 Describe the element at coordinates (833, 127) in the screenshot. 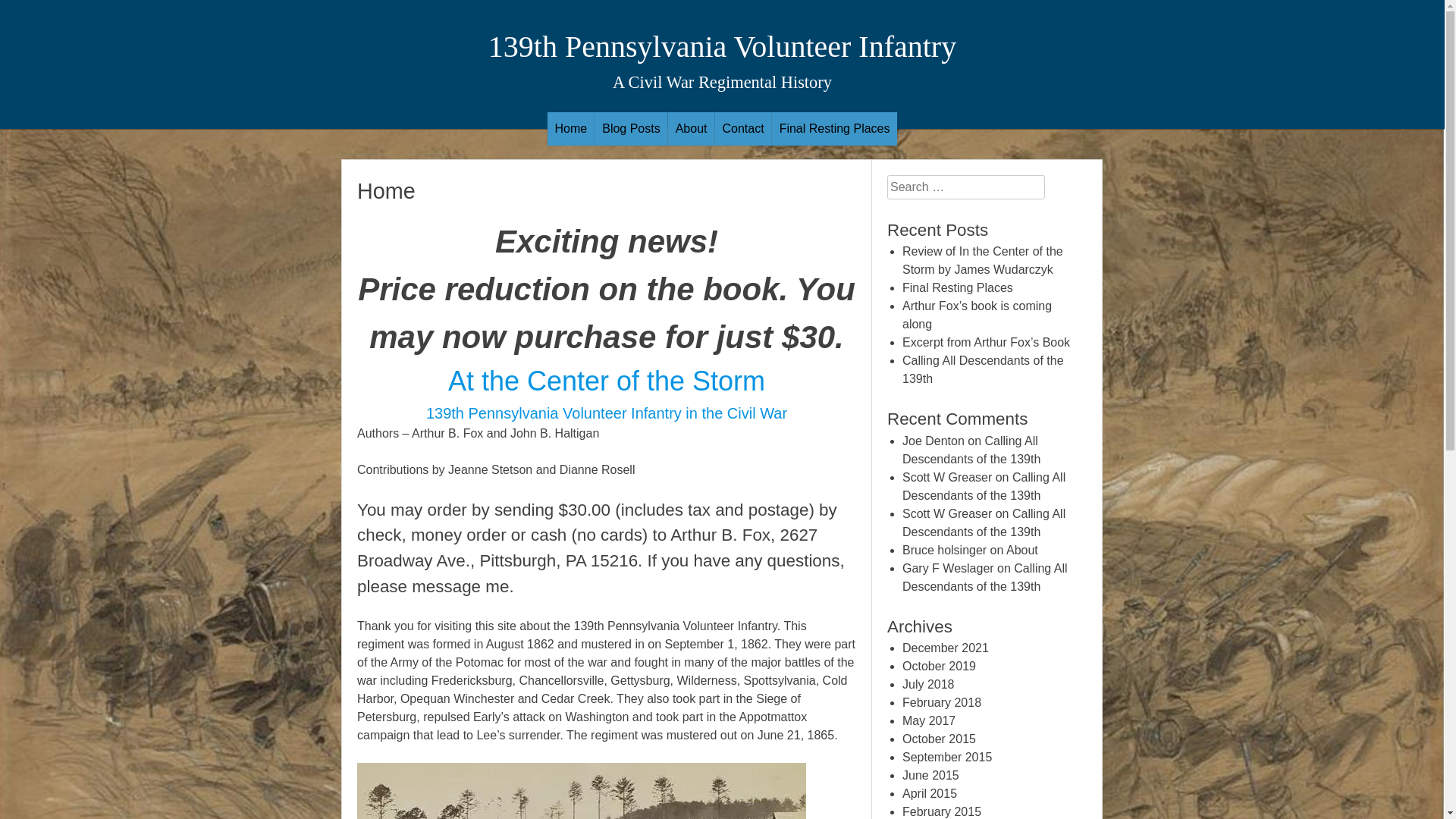

I see `'Final Resting Places'` at that location.